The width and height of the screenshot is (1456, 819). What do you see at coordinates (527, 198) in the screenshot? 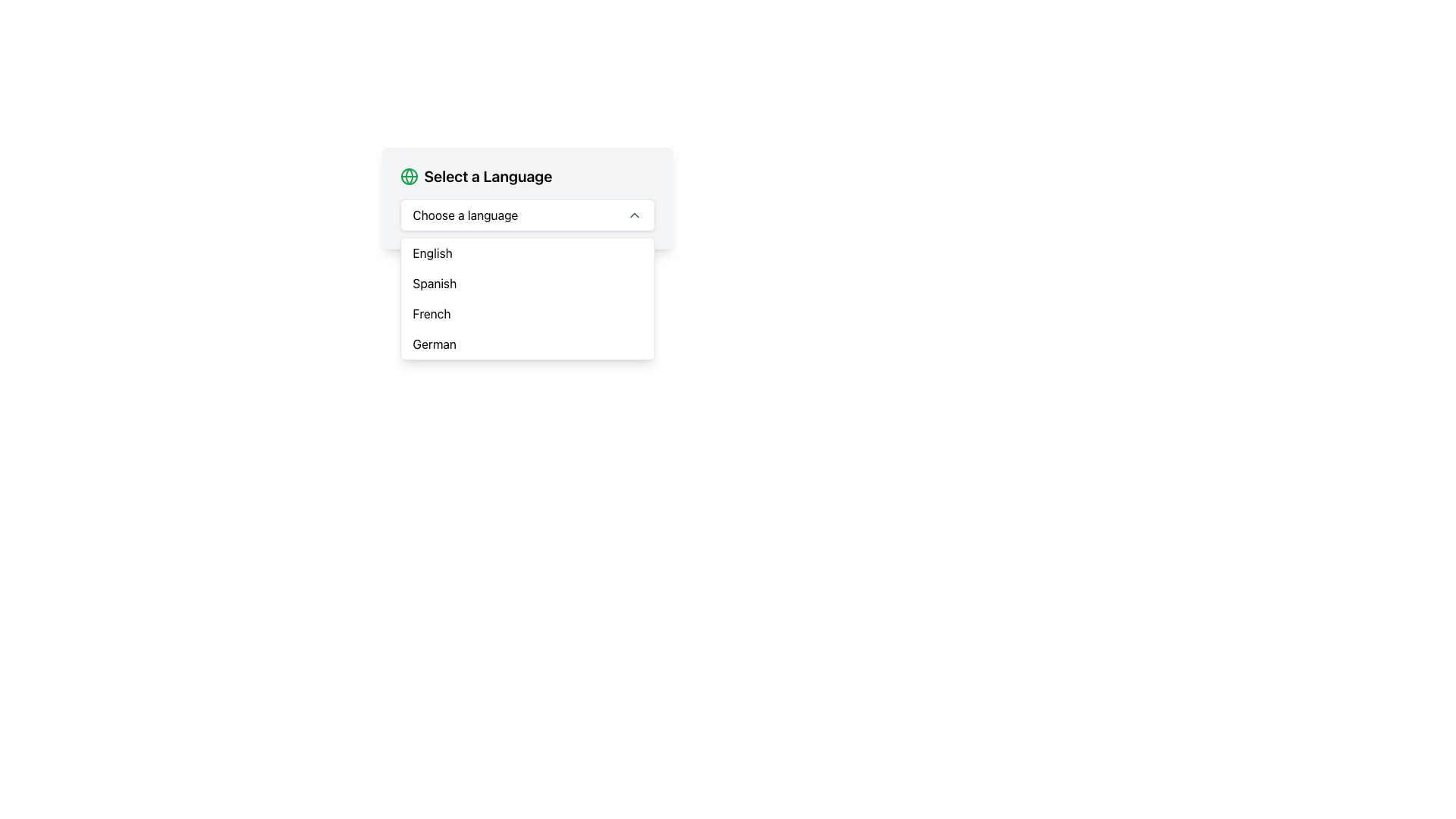
I see `the dropdown menu labeled 'Select a Language'` at bounding box center [527, 198].